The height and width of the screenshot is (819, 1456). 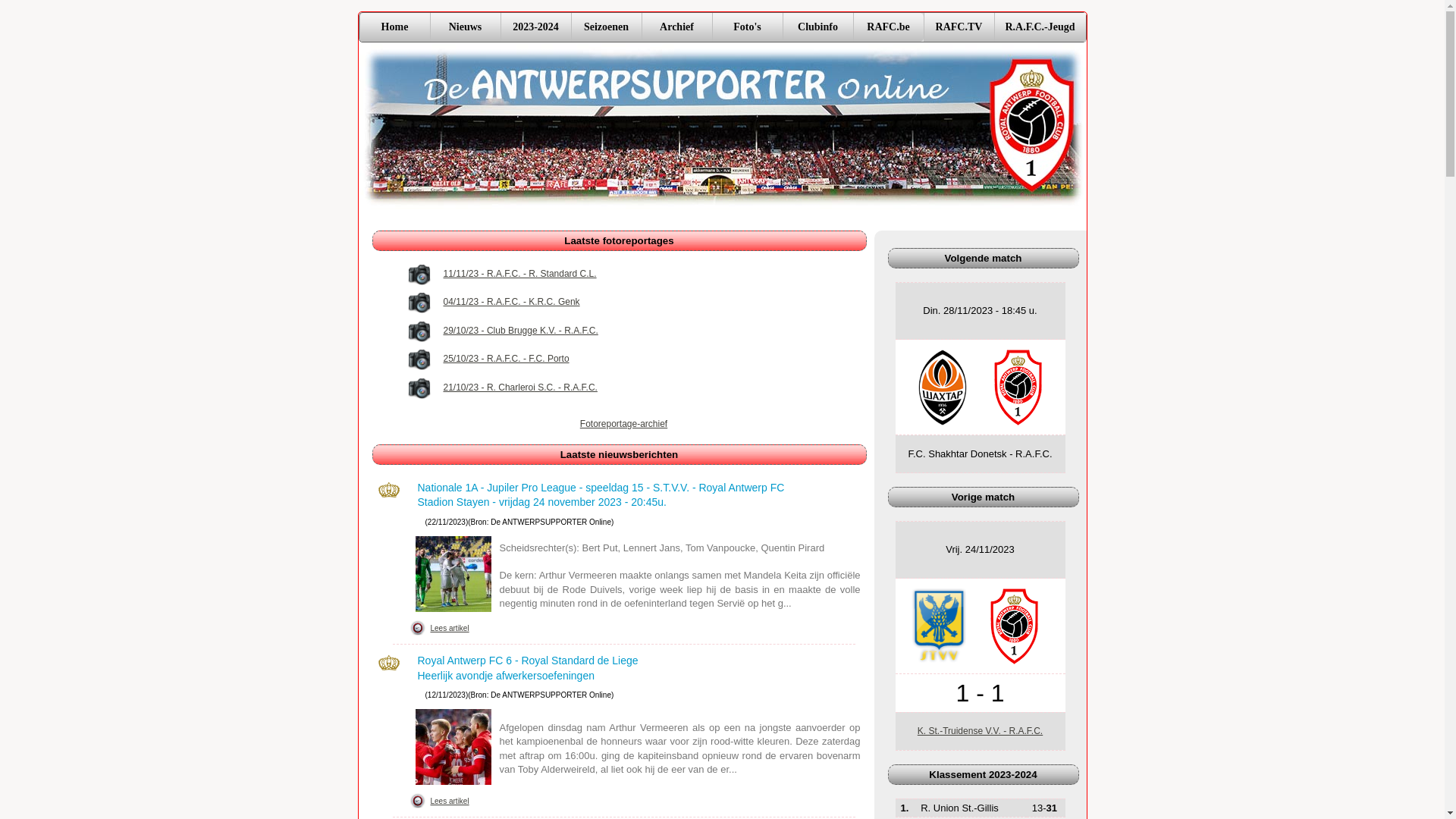 I want to click on 'Archief', so click(x=641, y=27).